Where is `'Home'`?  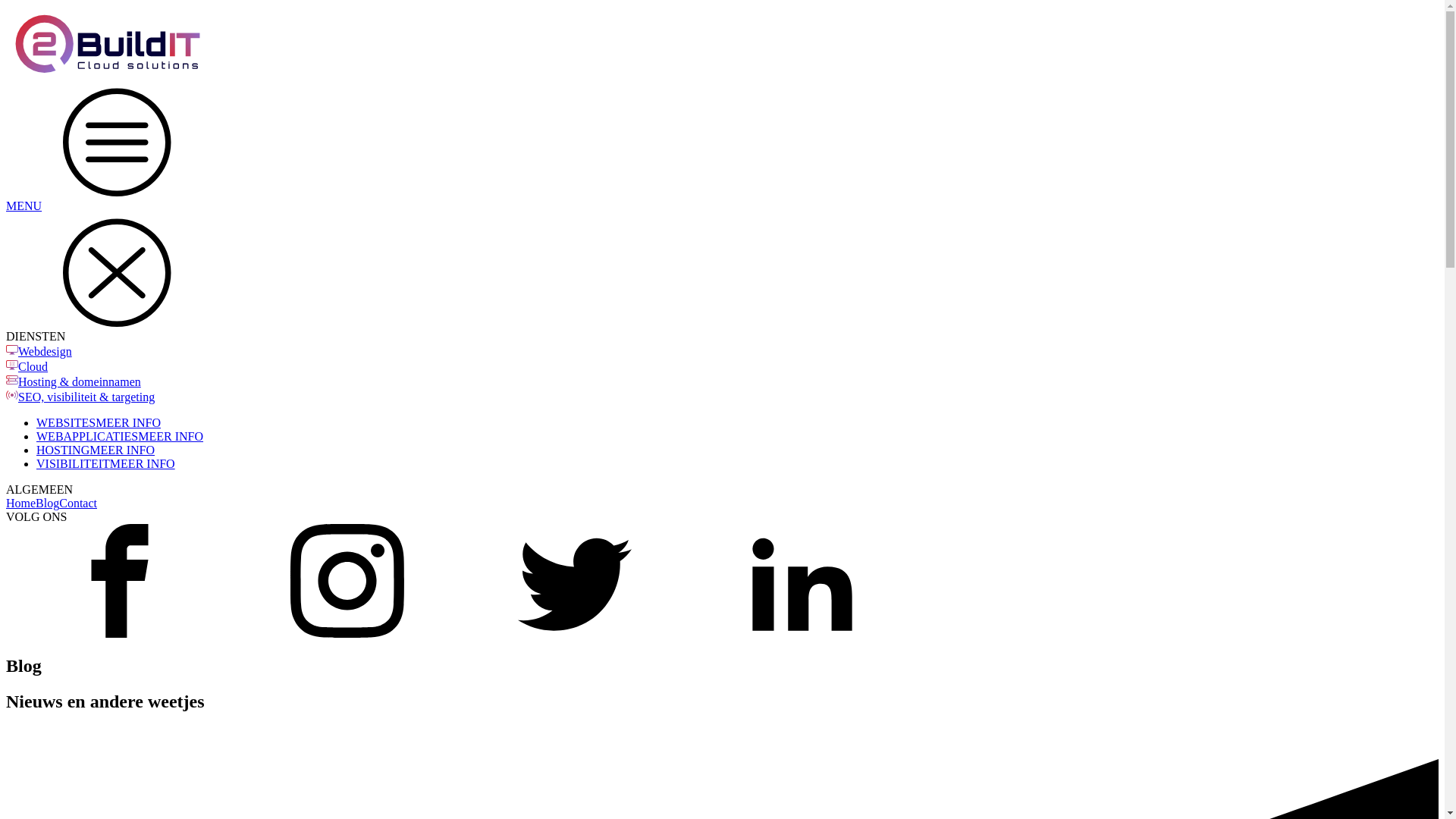
'Home' is located at coordinates (20, 503).